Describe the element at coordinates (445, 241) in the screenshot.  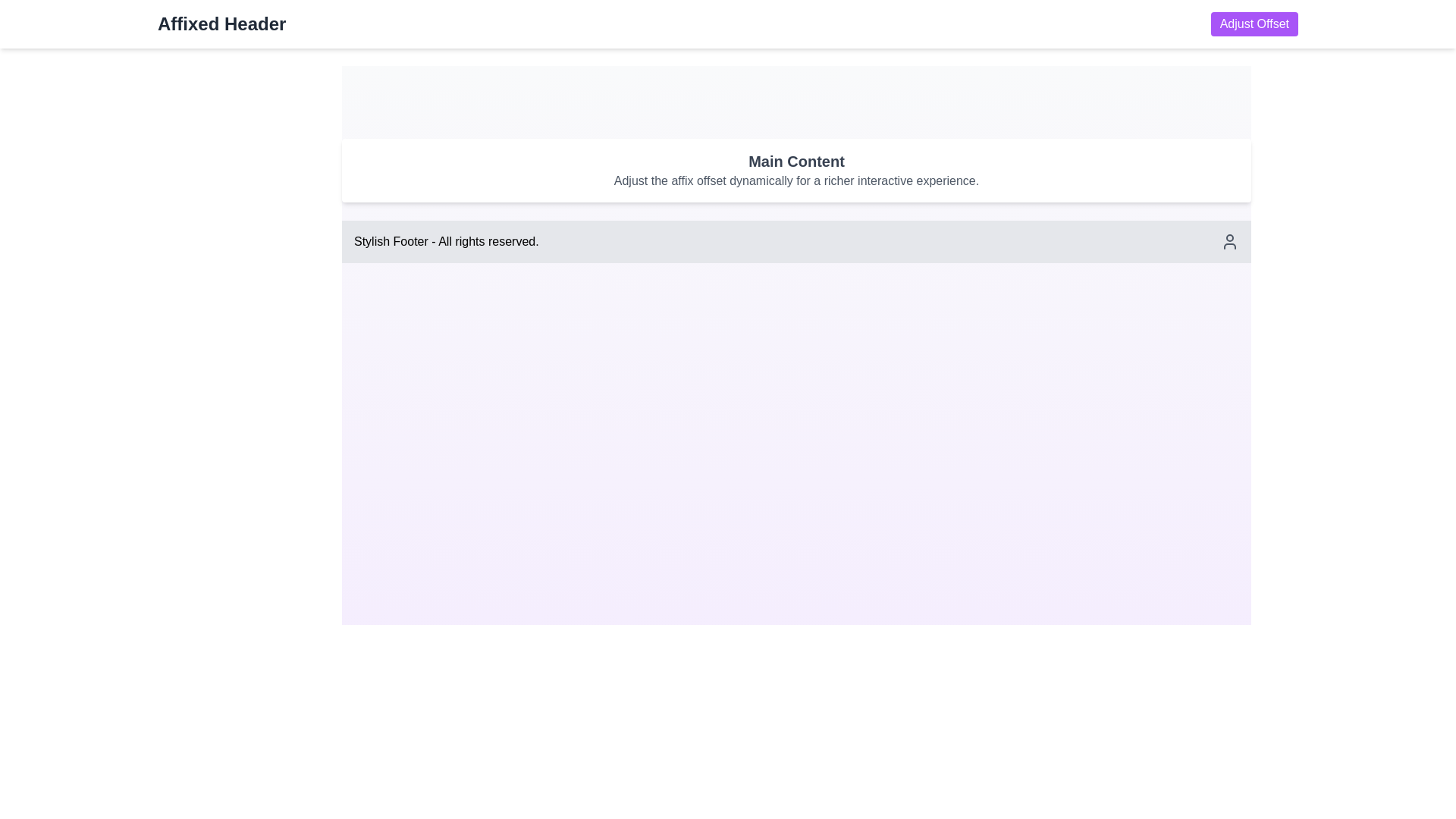
I see `the styled text block displaying 'Stylish Footer - All rights reserved.' in the left section of the footer bar to potentially display a tooltip` at that location.